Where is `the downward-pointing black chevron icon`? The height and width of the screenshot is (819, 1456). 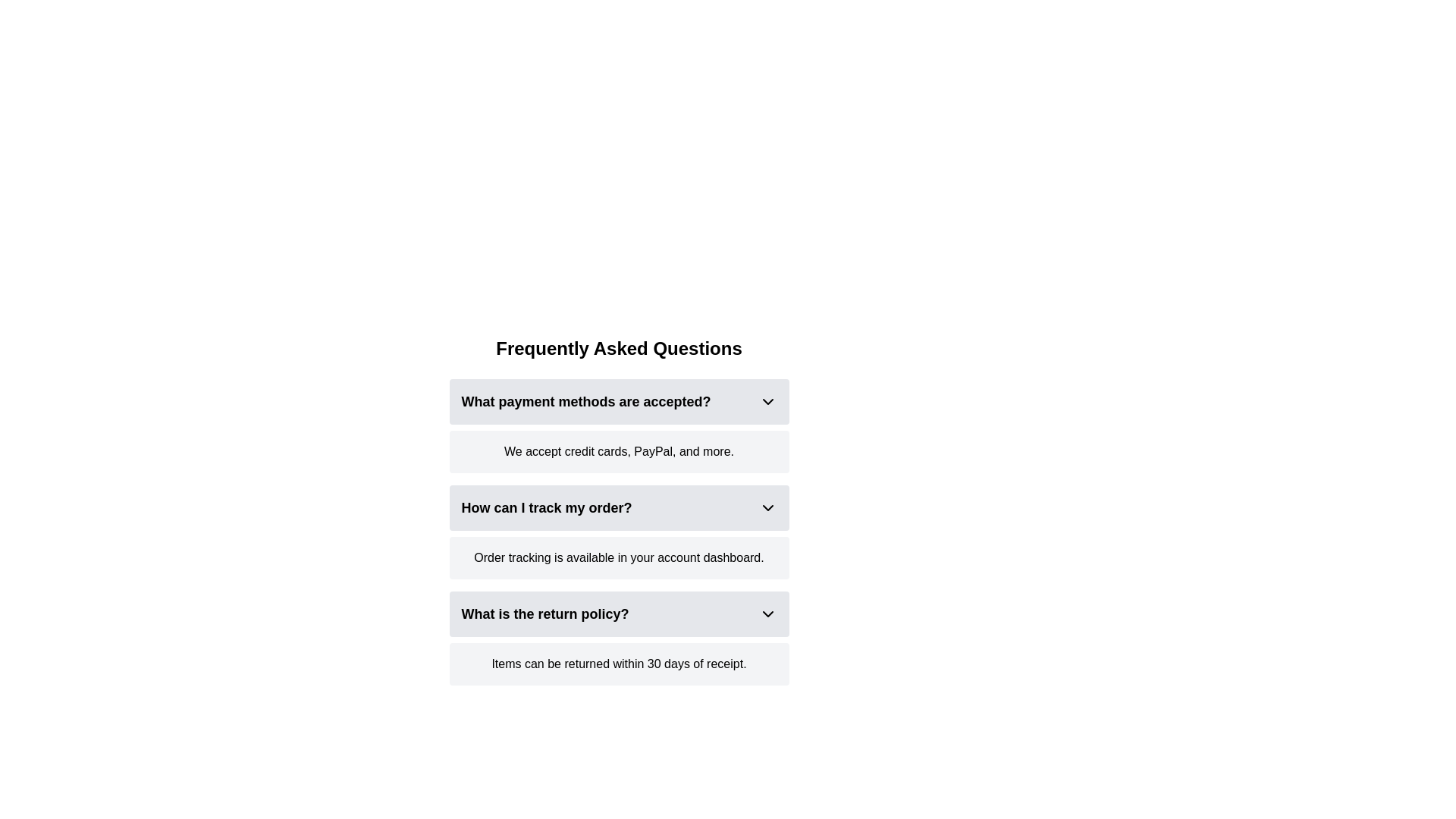 the downward-pointing black chevron icon is located at coordinates (767, 508).